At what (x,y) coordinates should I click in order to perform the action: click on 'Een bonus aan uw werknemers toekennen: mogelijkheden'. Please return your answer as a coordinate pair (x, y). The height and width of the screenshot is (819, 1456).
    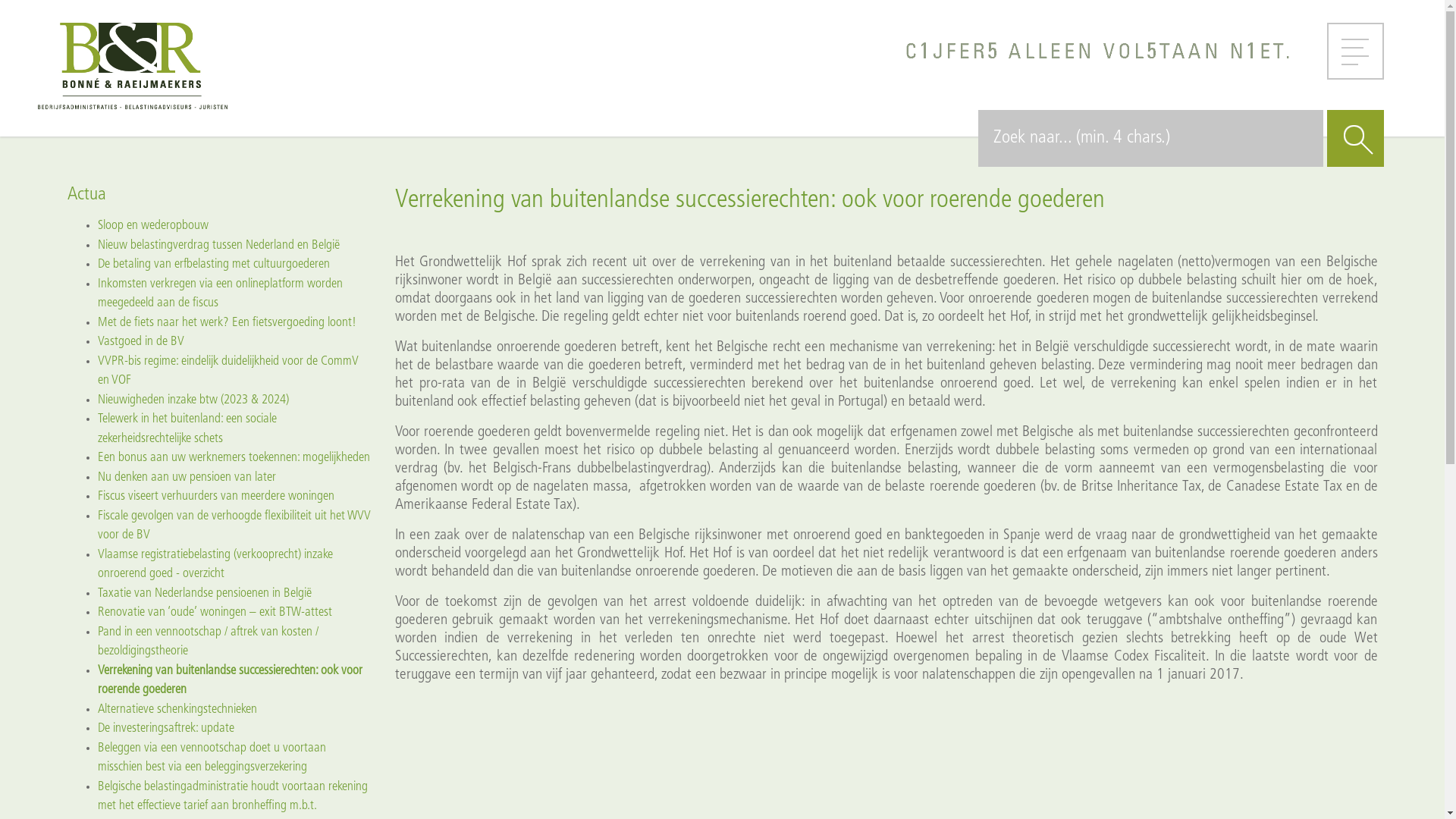
    Looking at the image, I should click on (232, 457).